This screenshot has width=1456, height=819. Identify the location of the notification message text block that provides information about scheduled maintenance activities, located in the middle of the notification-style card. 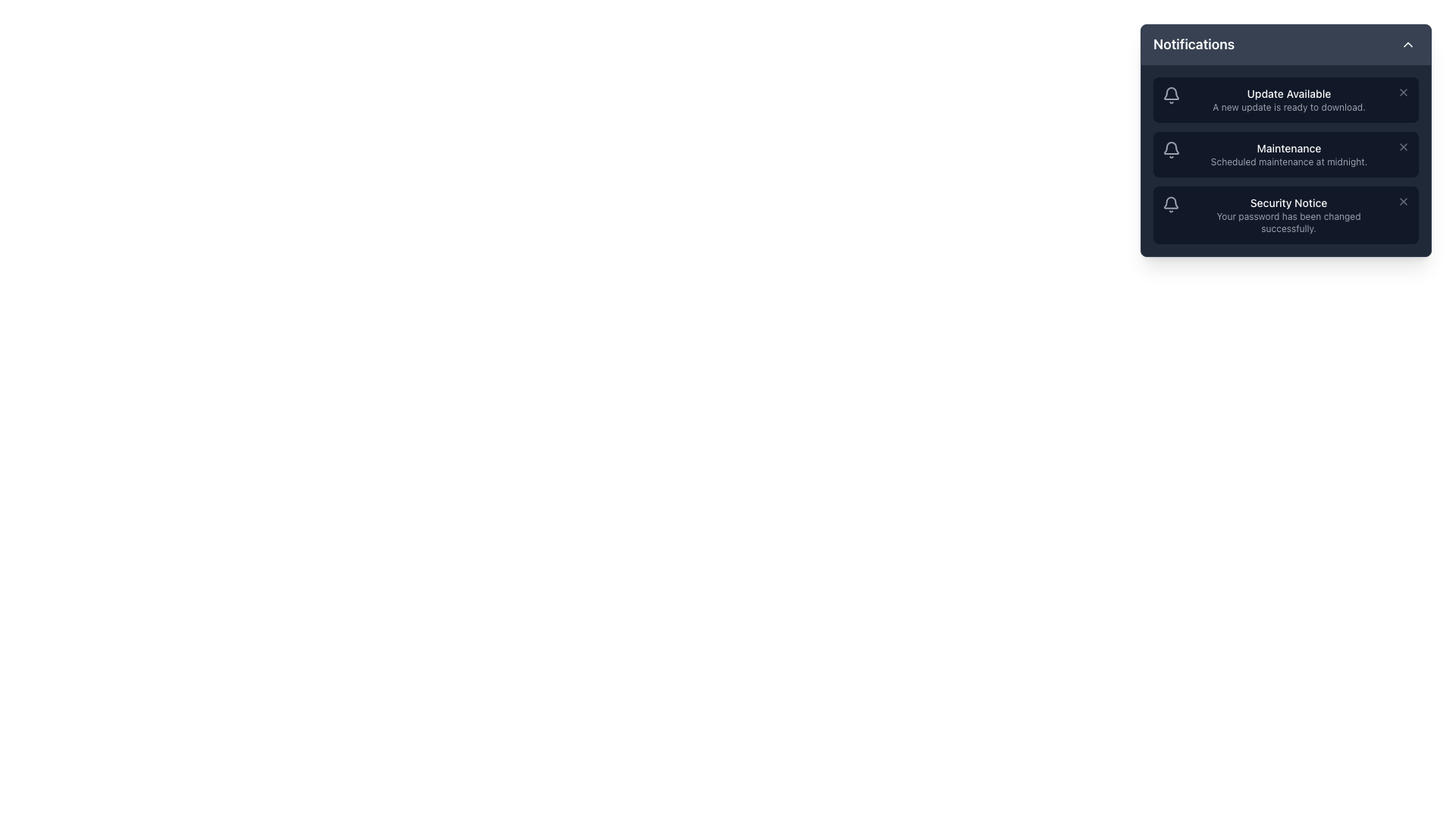
(1288, 155).